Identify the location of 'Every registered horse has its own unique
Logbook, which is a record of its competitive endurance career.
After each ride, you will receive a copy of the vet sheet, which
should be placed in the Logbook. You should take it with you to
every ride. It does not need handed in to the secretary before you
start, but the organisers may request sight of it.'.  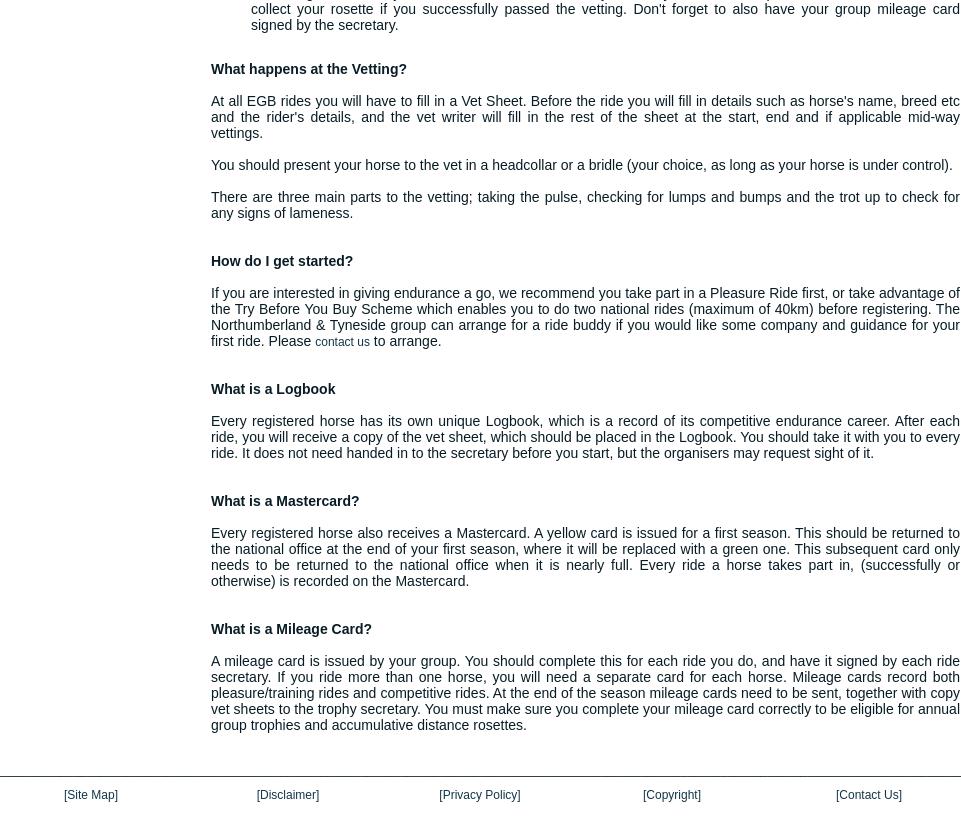
(584, 435).